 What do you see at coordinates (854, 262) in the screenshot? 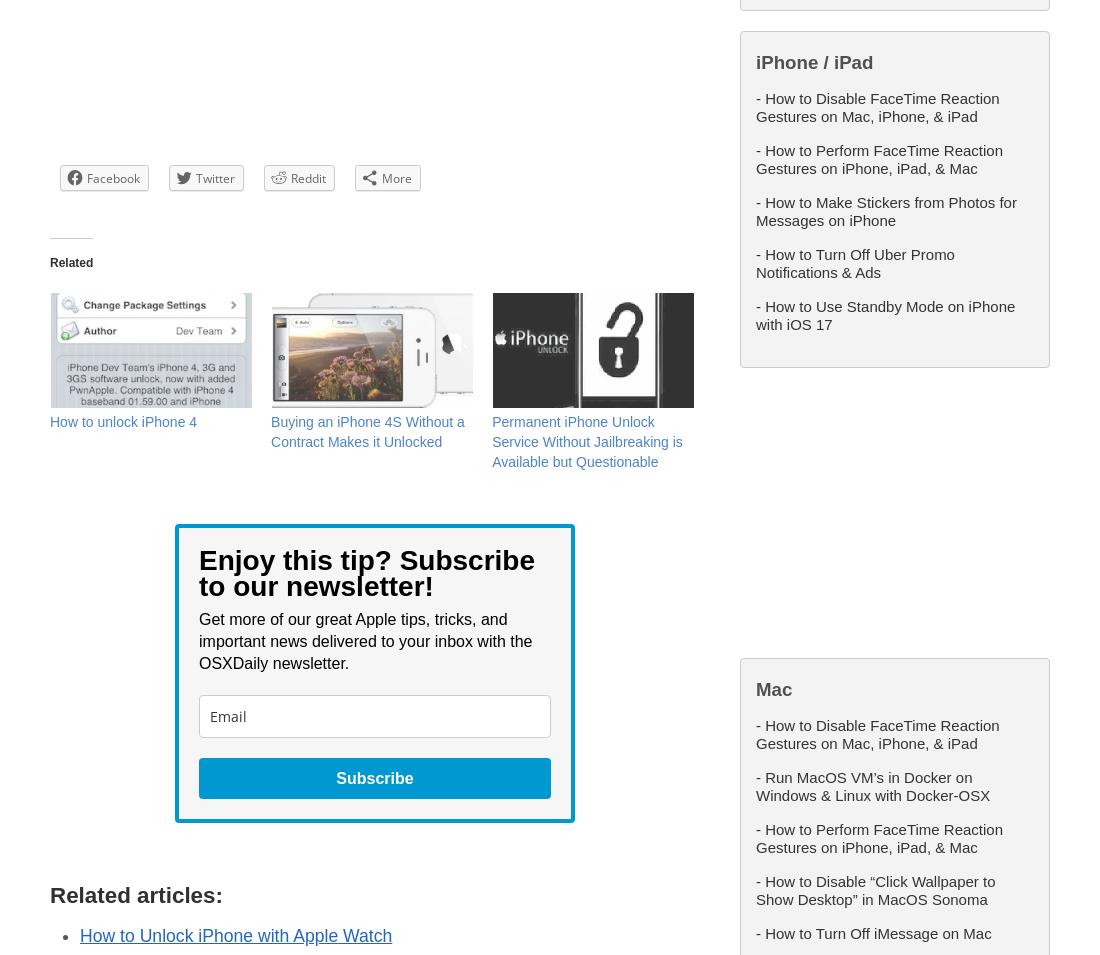
I see `'How to Turn Off Uber Promo Notifications & Ads'` at bounding box center [854, 262].